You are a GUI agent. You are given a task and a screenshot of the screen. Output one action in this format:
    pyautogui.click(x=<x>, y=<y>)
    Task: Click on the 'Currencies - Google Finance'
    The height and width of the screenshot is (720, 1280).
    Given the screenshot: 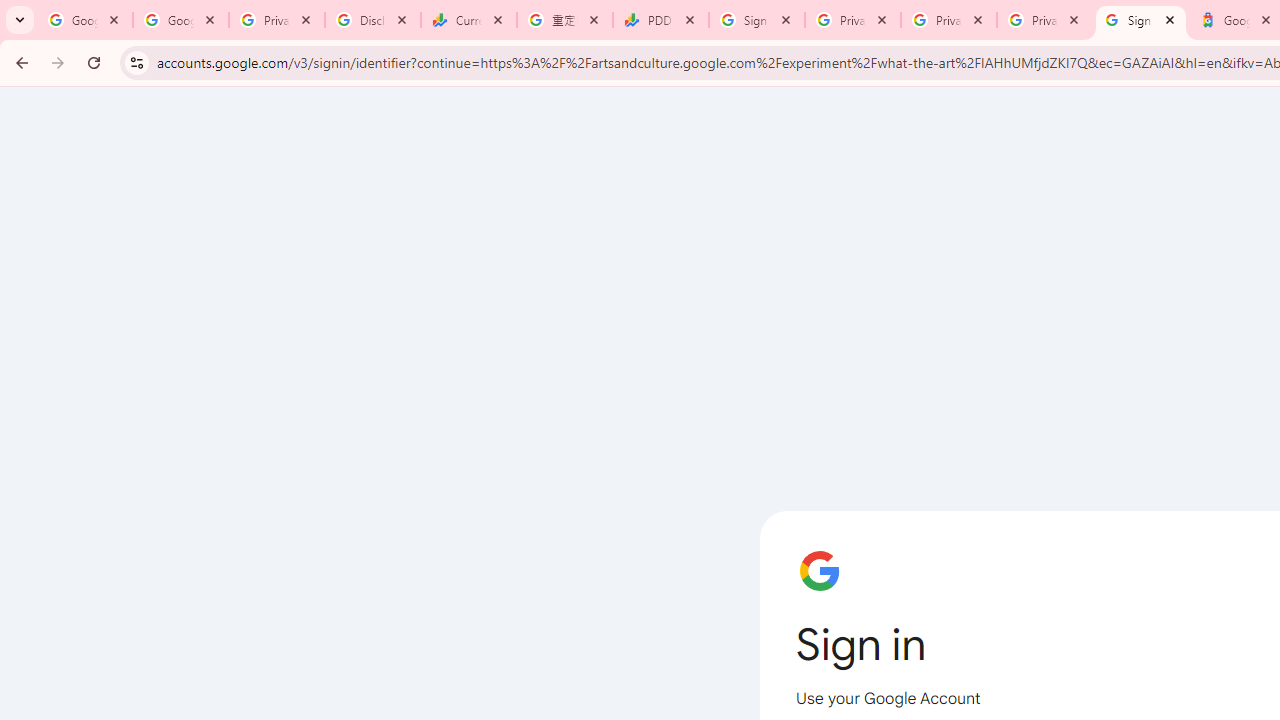 What is the action you would take?
    pyautogui.click(x=468, y=20)
    